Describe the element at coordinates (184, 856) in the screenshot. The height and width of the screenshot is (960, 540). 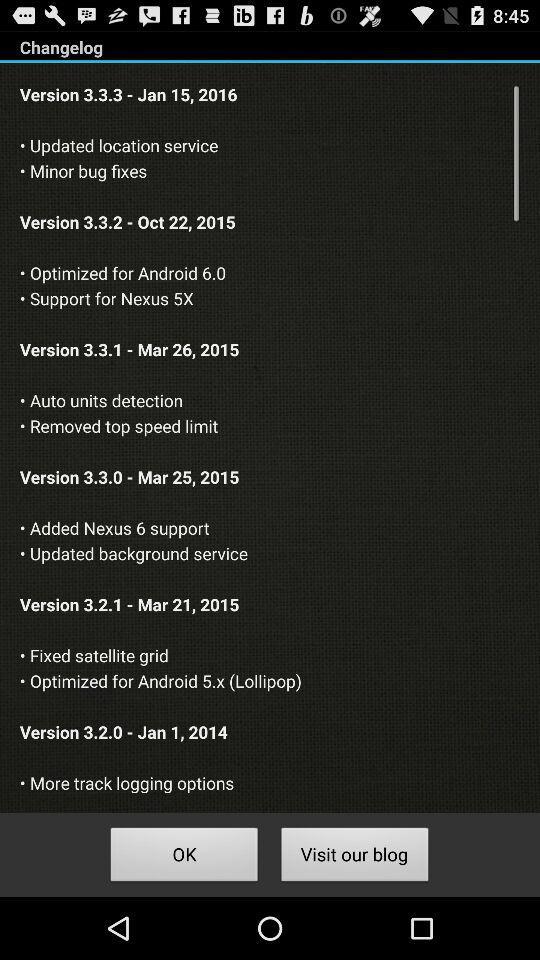
I see `the item to the left of visit our blog item` at that location.